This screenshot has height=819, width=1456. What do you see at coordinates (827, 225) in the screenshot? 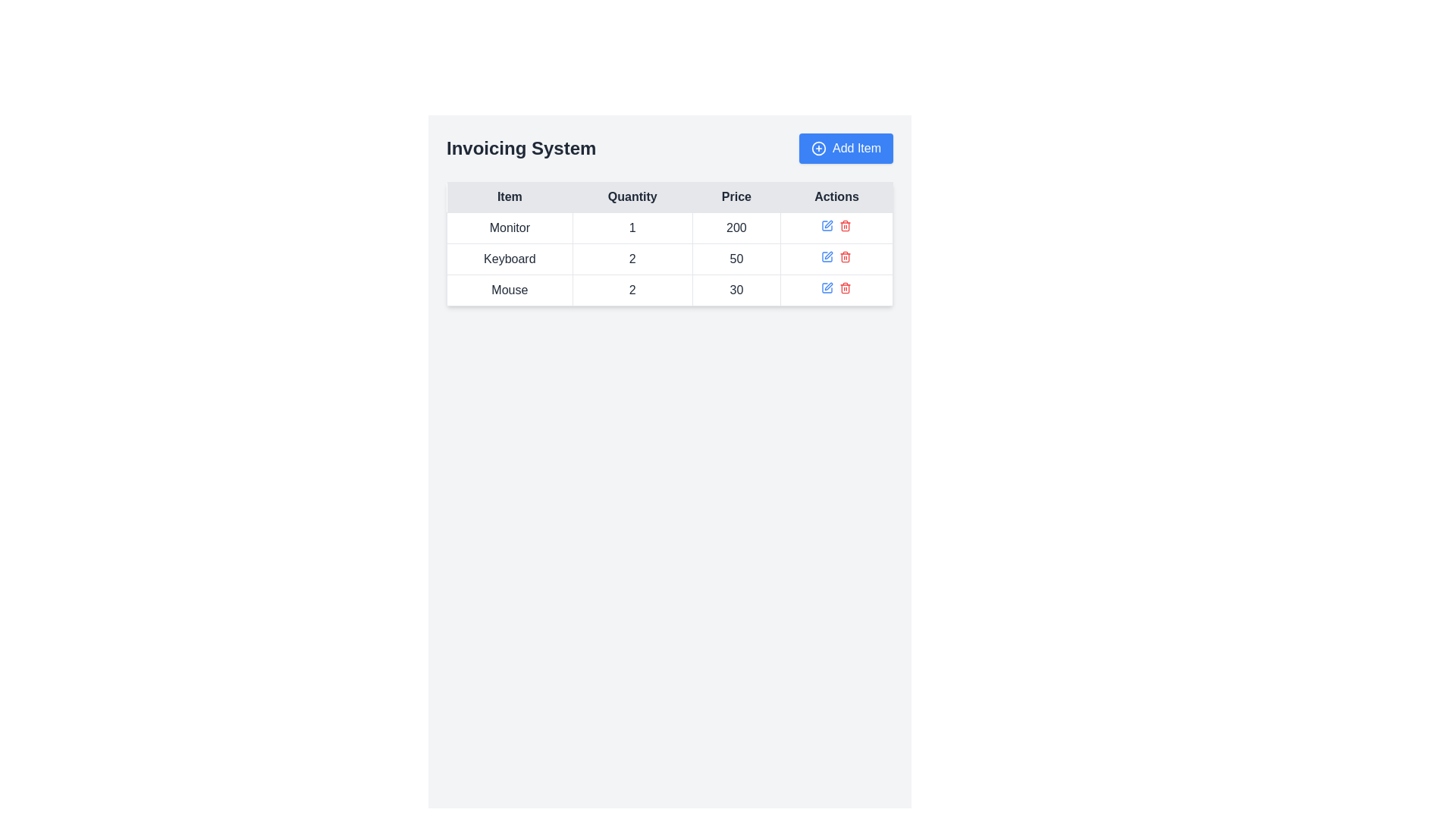
I see `the first action icon in the 'Actions' column of the table row for the 'Monitor' item` at bounding box center [827, 225].